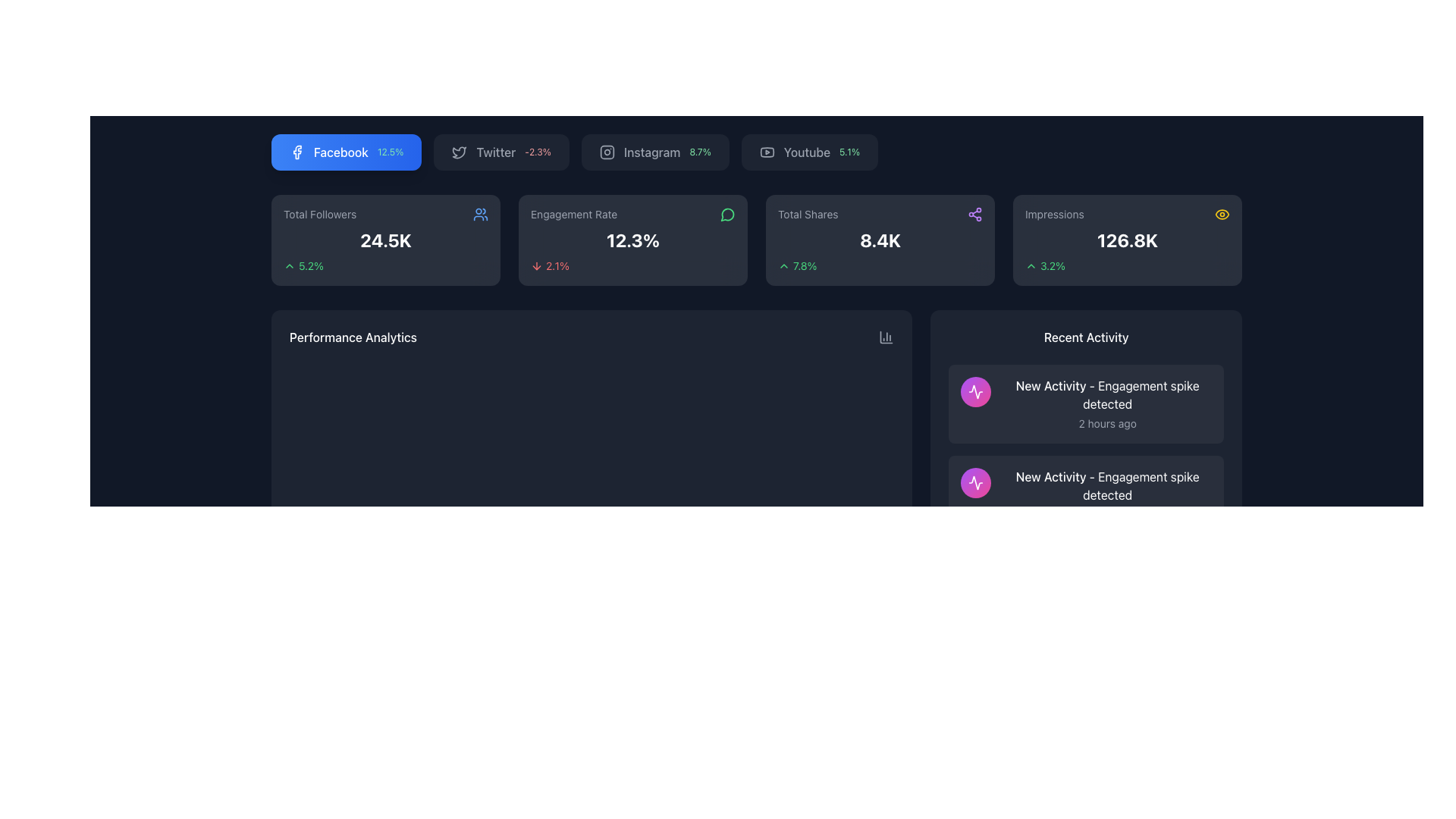 This screenshot has width=1456, height=819. Describe the element at coordinates (538, 152) in the screenshot. I see `text content of the percentage change label for the 'Twitter' data set, which is positioned to the right of the Twitter icon and immediately follows the 'Twitter' text element in a horizontally aligned row` at that location.